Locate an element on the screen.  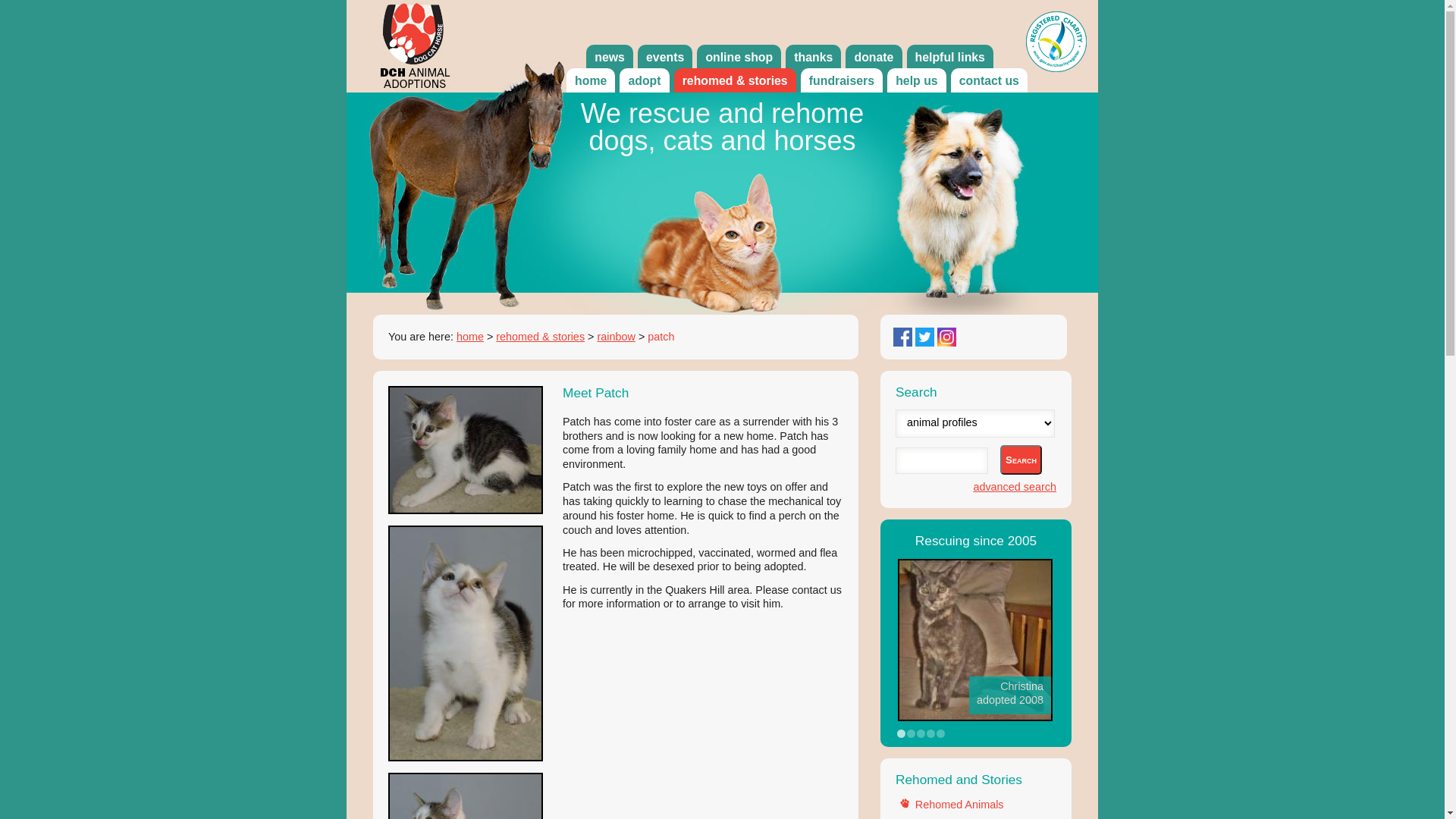
'rehomed & stories' is located at coordinates (673, 81).